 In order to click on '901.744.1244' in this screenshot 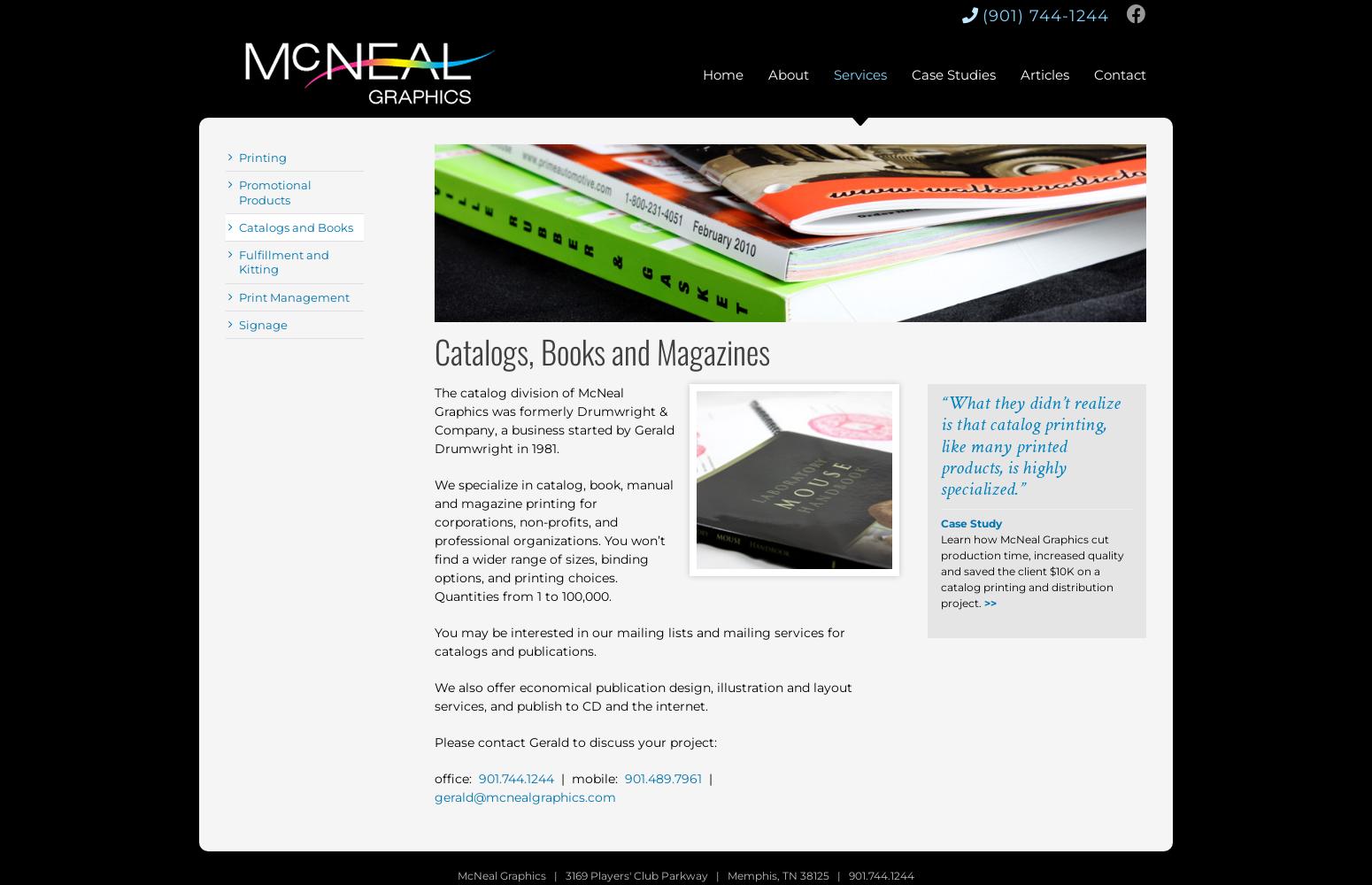, I will do `click(516, 779)`.